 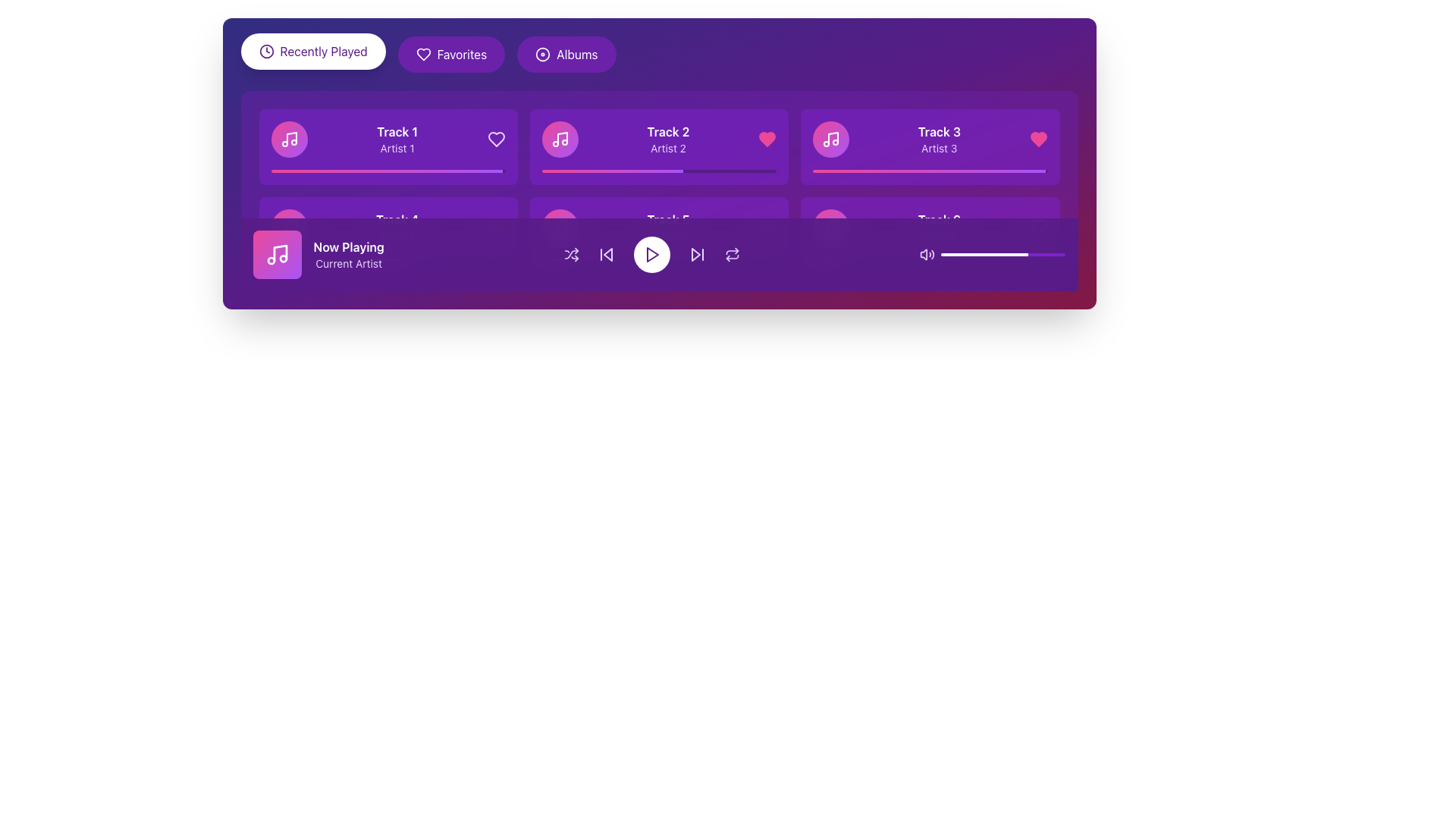 What do you see at coordinates (667, 149) in the screenshot?
I see `the text label displaying 'Artist 2' in a small-sized font with a light purple color, located below the 'Track 2' label within the card layout for 'Track 2'` at bounding box center [667, 149].